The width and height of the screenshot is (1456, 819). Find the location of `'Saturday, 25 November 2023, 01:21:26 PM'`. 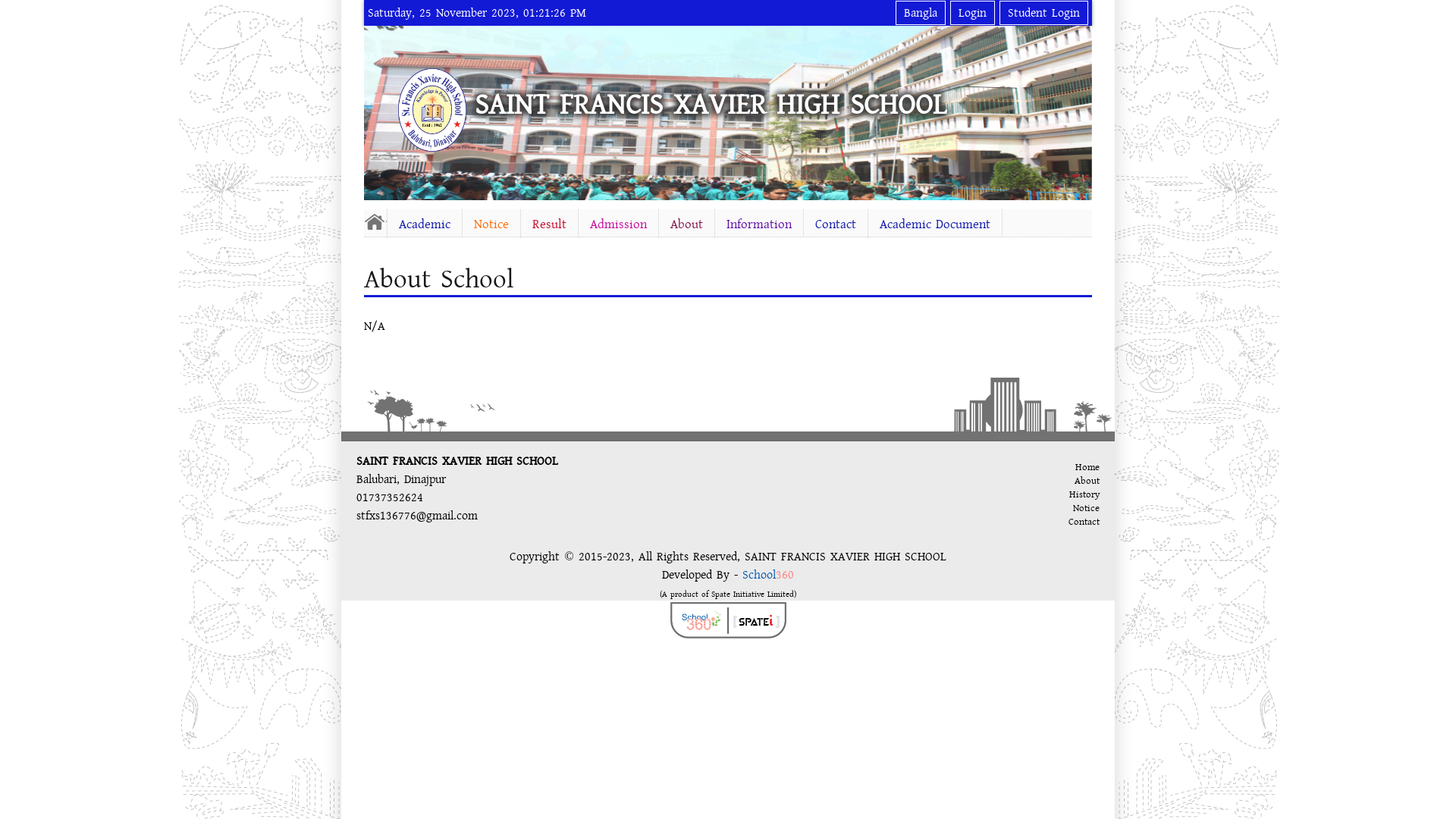

'Saturday, 25 November 2023, 01:21:26 PM' is located at coordinates (475, 12).